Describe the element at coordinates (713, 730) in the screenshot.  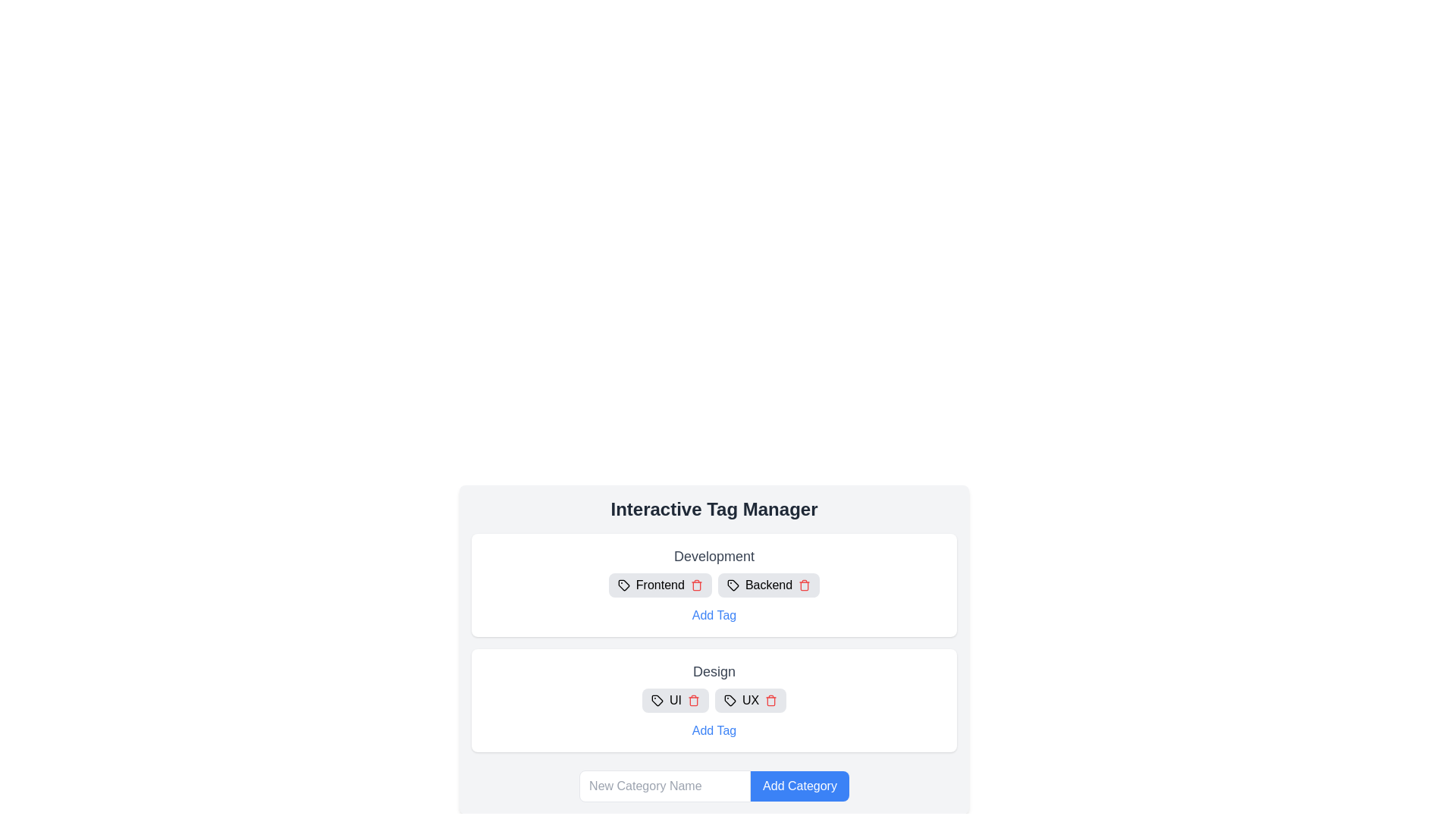
I see `the interactive link` at that location.